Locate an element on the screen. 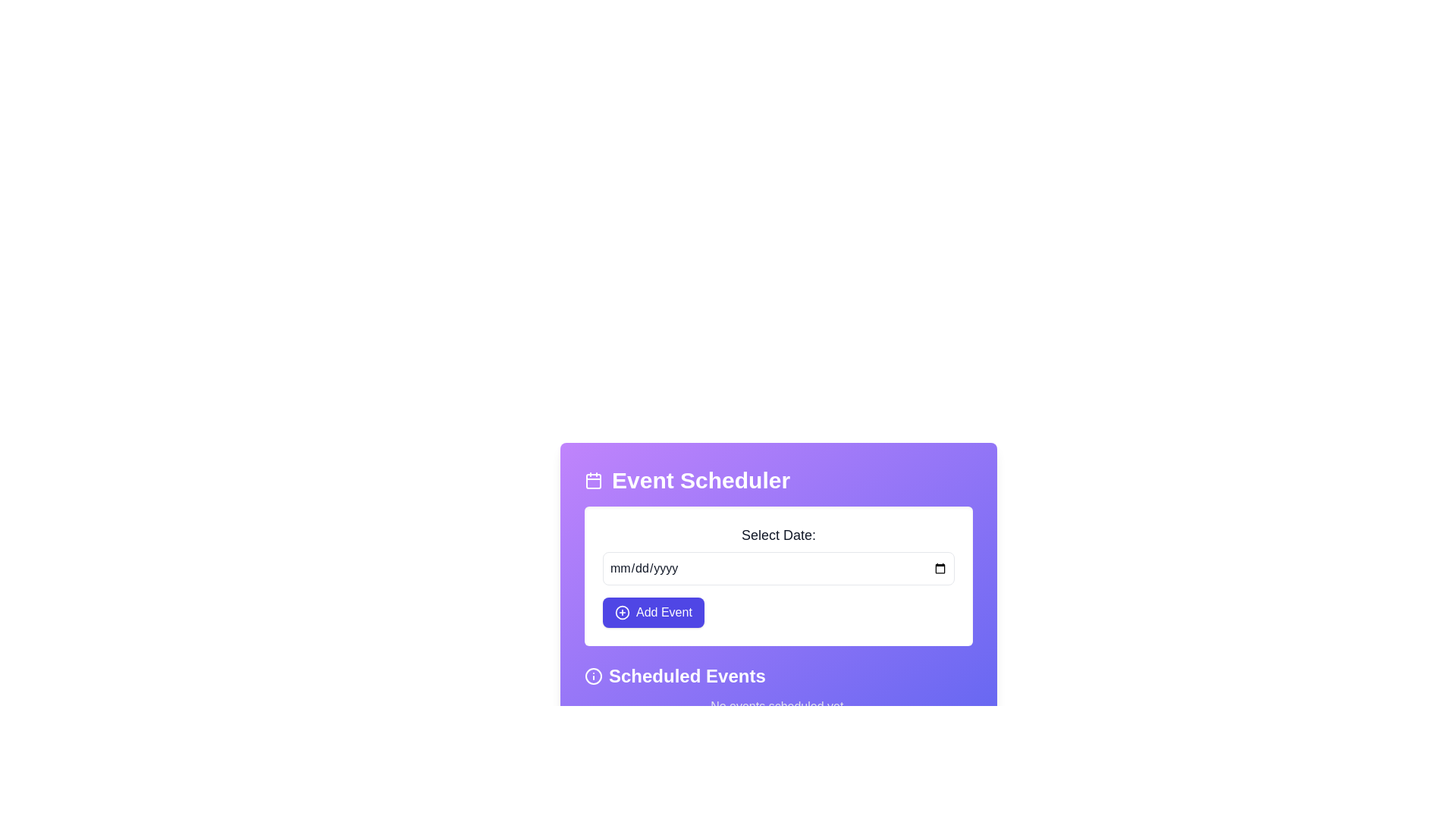 Image resolution: width=1456 pixels, height=819 pixels. the 'Add Event' button within the date selection module of the Event Scheduler is located at coordinates (779, 576).